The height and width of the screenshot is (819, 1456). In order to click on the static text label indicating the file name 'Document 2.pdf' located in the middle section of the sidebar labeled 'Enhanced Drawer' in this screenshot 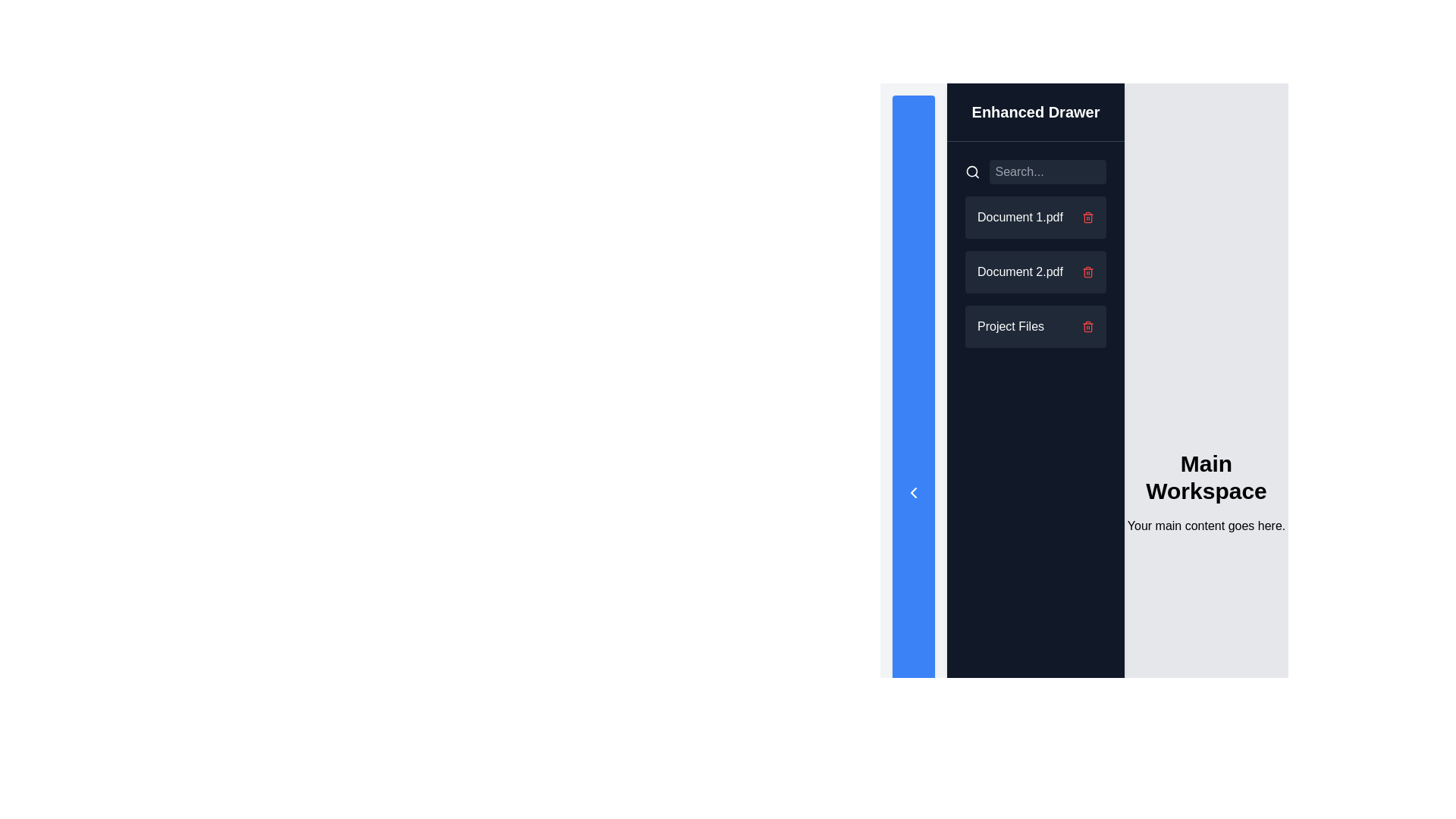, I will do `click(1020, 271)`.